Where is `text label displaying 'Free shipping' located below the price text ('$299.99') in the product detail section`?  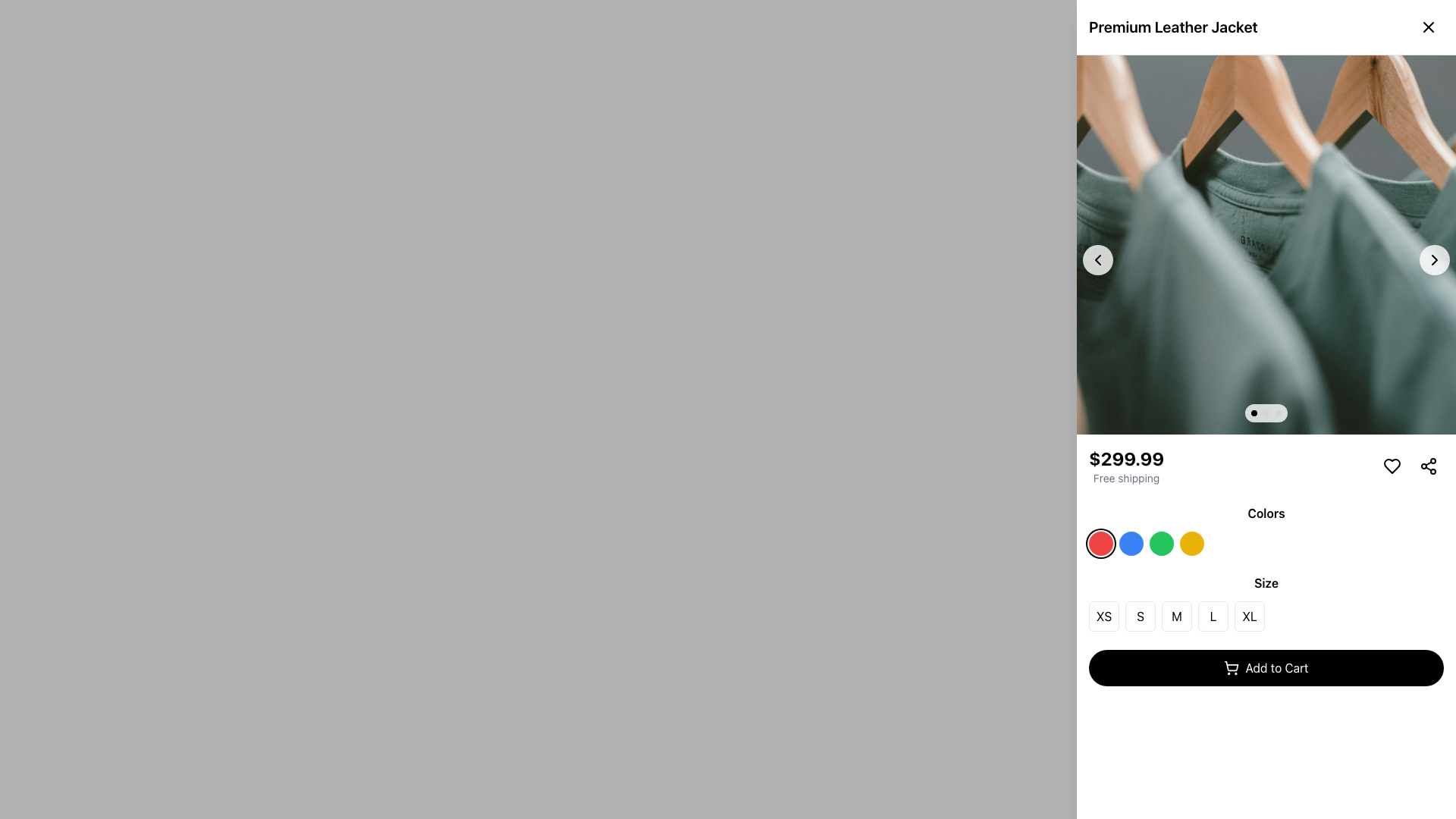
text label displaying 'Free shipping' located below the price text ('$299.99') in the product detail section is located at coordinates (1126, 479).